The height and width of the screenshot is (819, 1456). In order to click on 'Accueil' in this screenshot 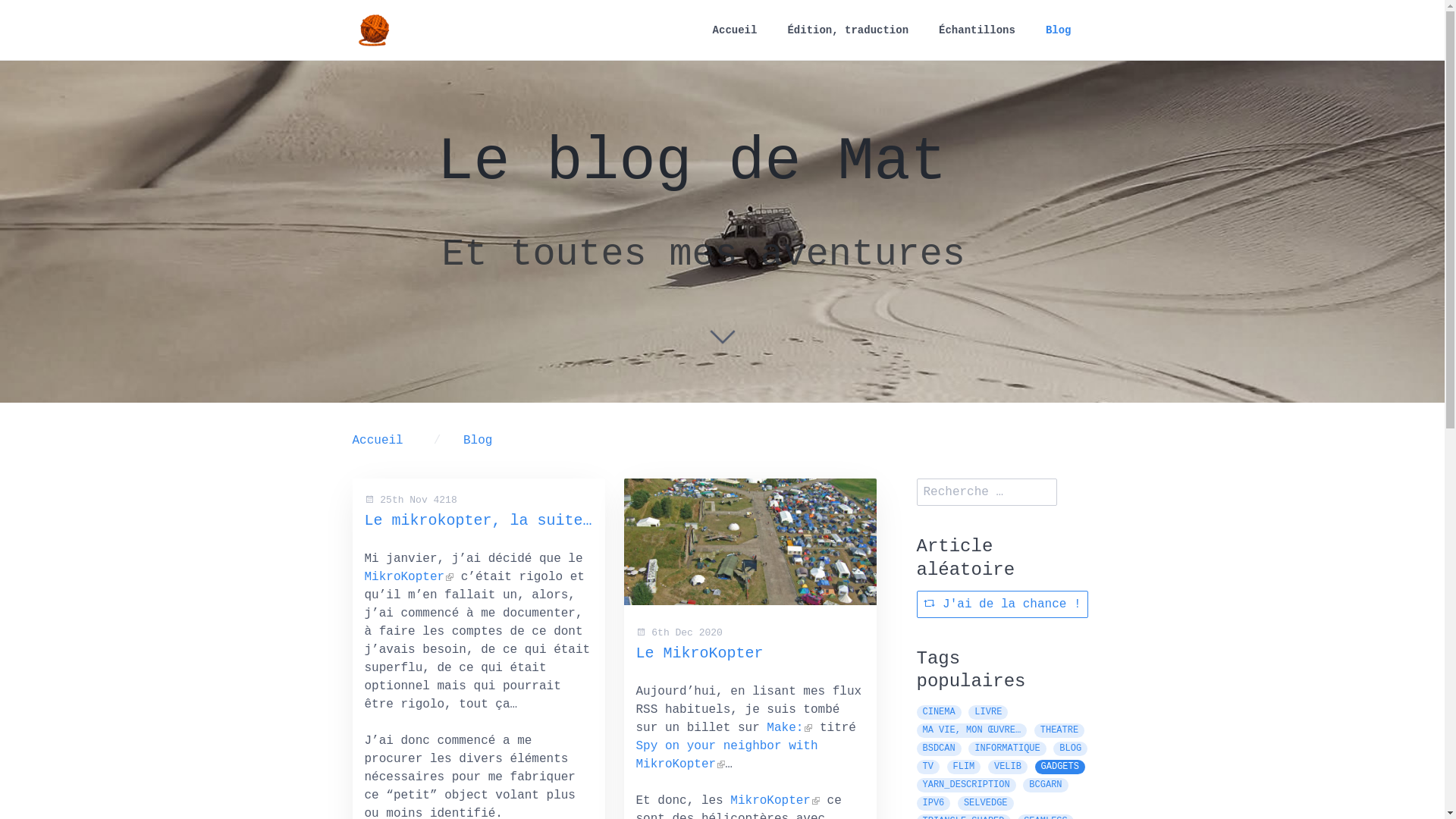, I will do `click(384, 441)`.